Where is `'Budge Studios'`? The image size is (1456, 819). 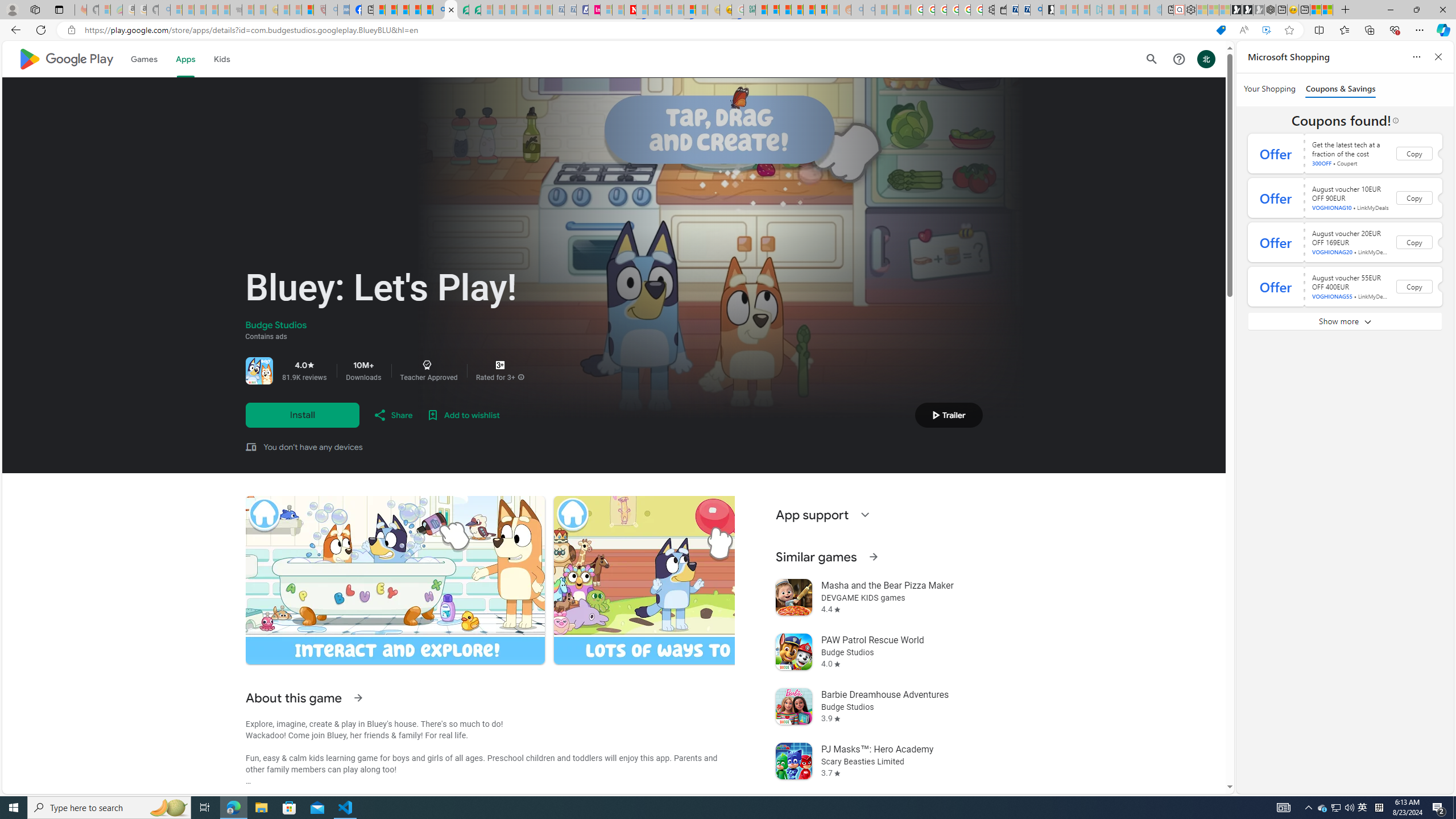
'Budge Studios' is located at coordinates (276, 324).